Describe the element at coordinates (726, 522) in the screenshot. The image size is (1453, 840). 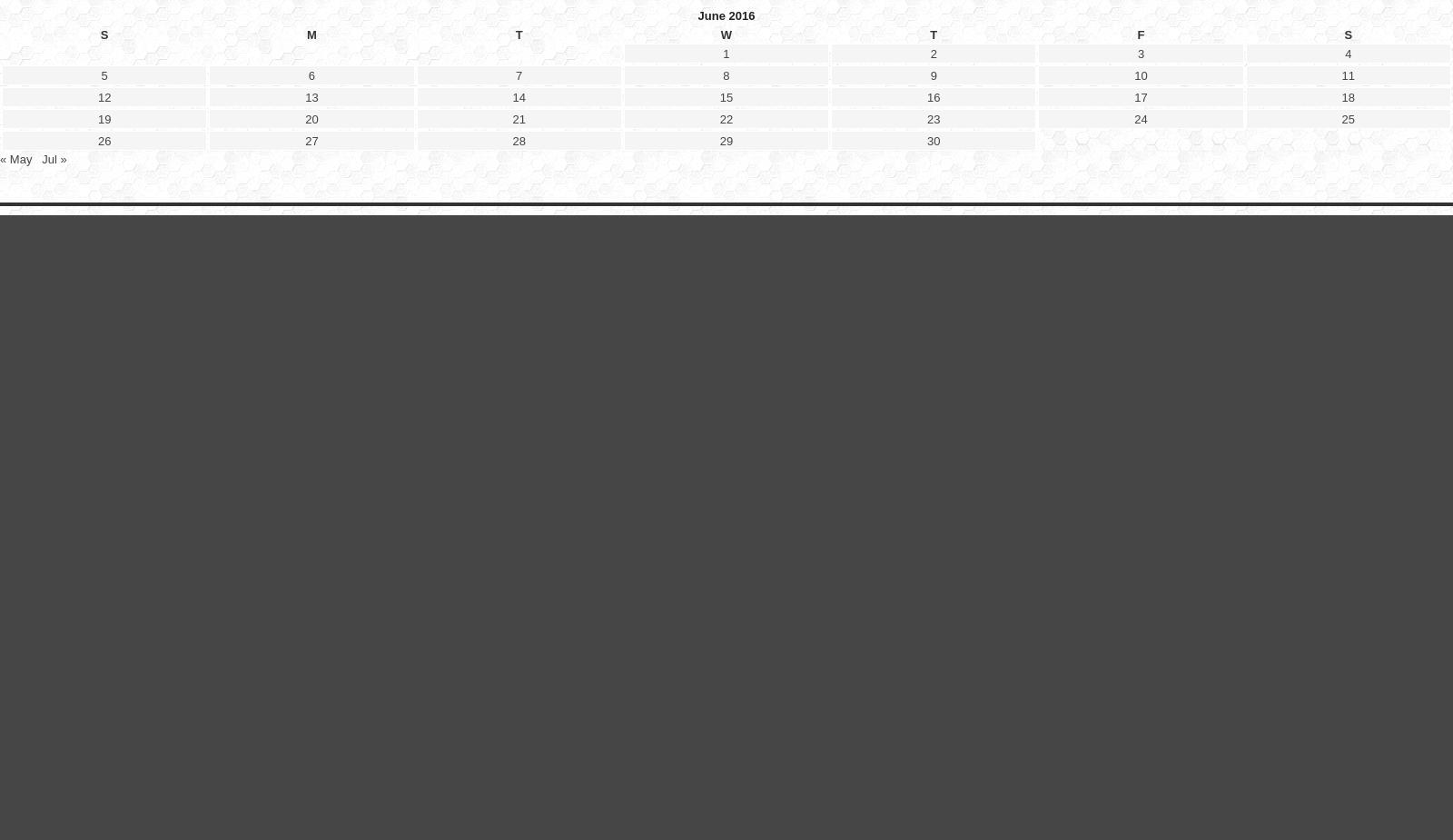
I see `'8'` at that location.